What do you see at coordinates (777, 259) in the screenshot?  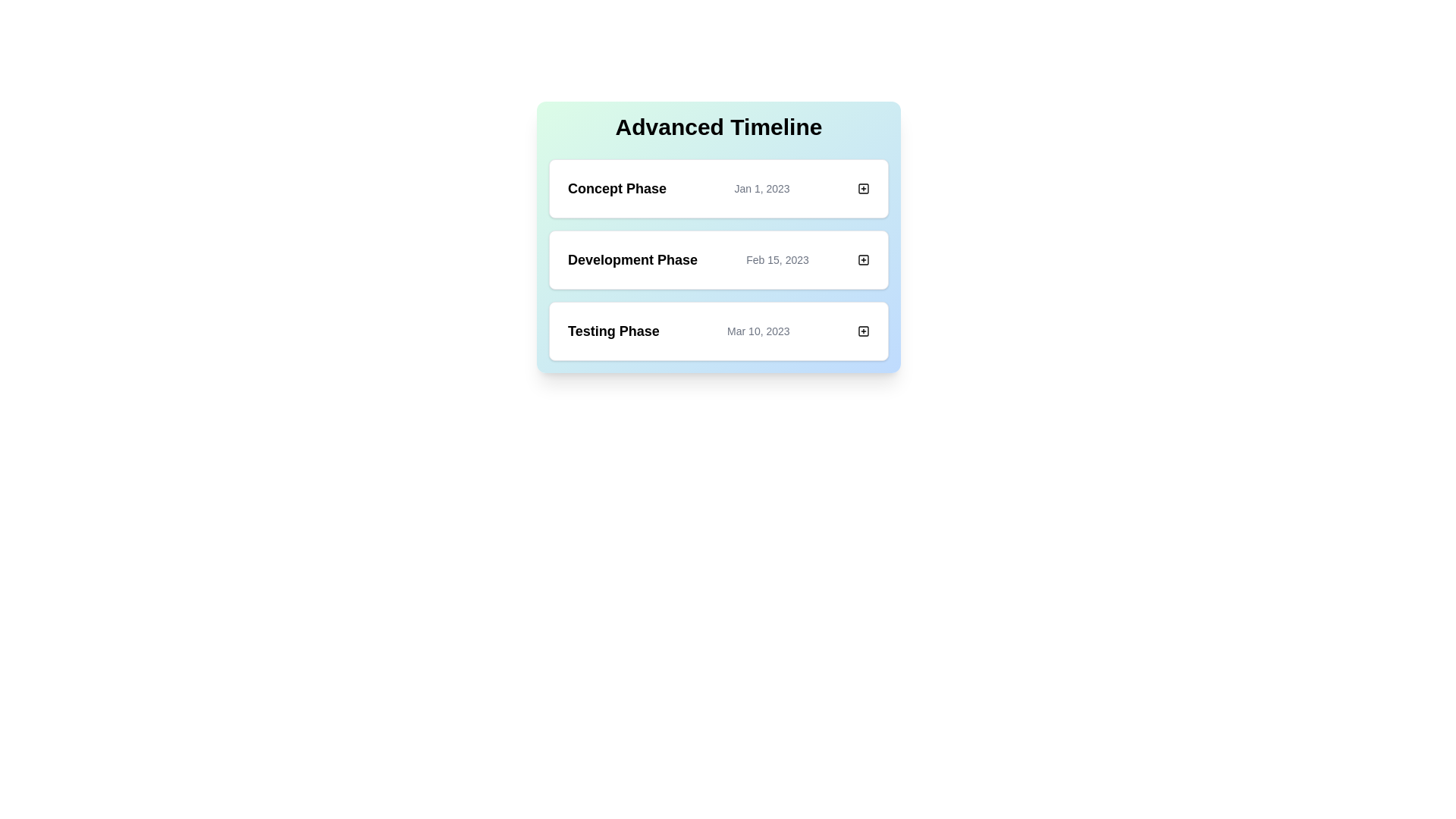 I see `the displayed date from the text label indicating the deadline` at bounding box center [777, 259].